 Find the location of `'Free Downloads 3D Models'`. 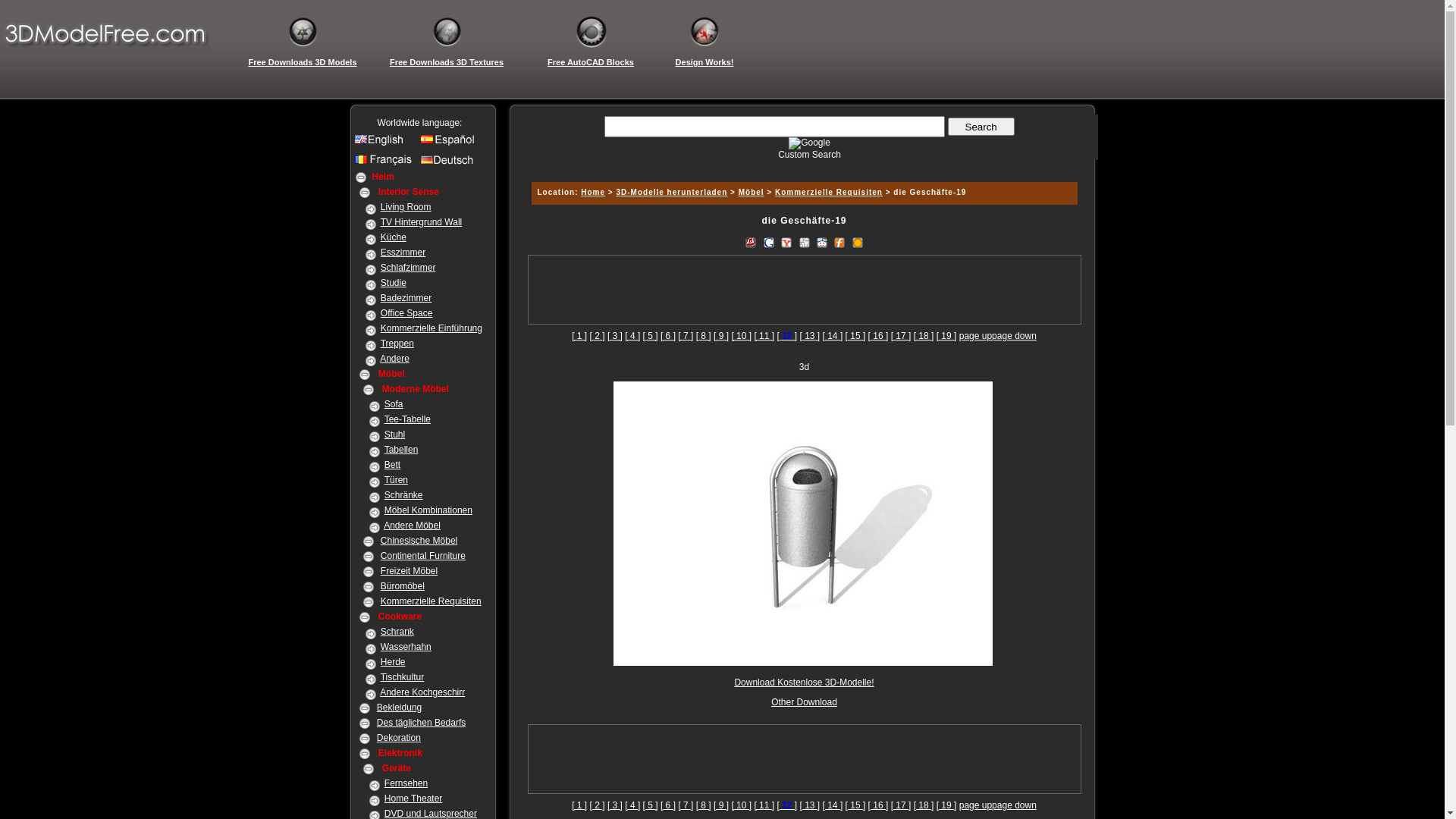

'Free Downloads 3D Models' is located at coordinates (302, 61).